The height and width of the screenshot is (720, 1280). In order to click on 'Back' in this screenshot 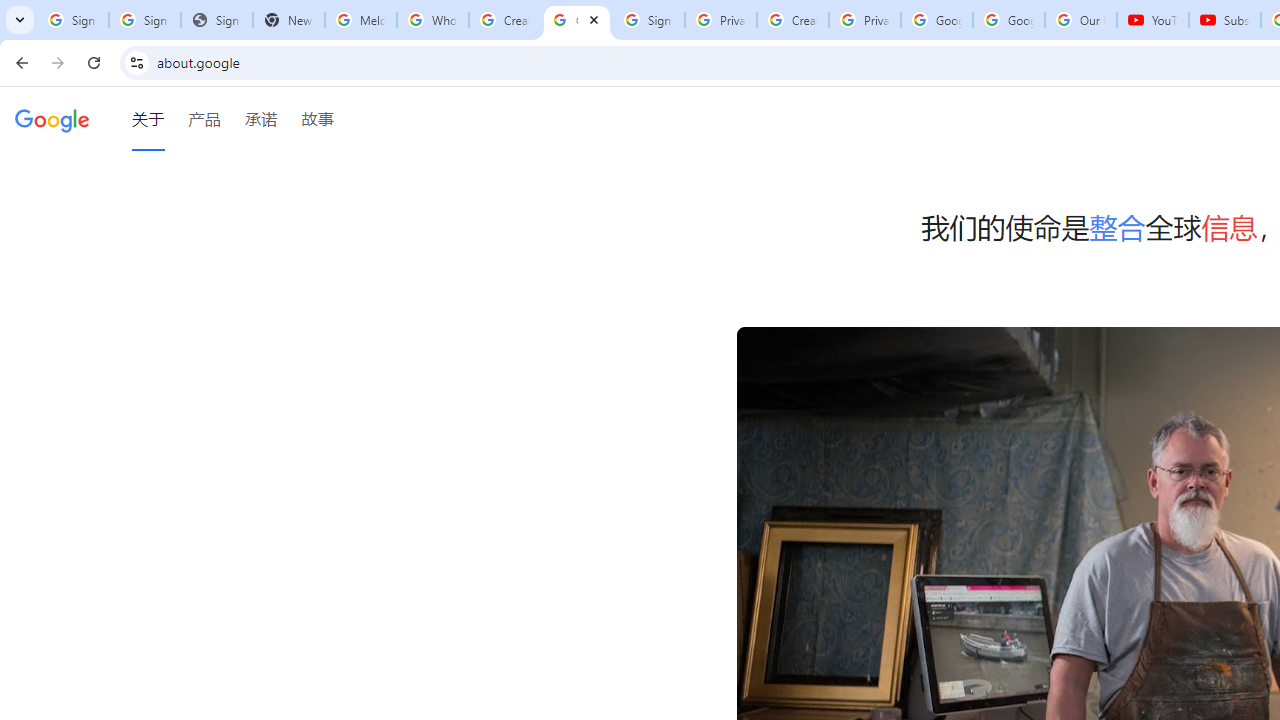, I will do `click(19, 61)`.